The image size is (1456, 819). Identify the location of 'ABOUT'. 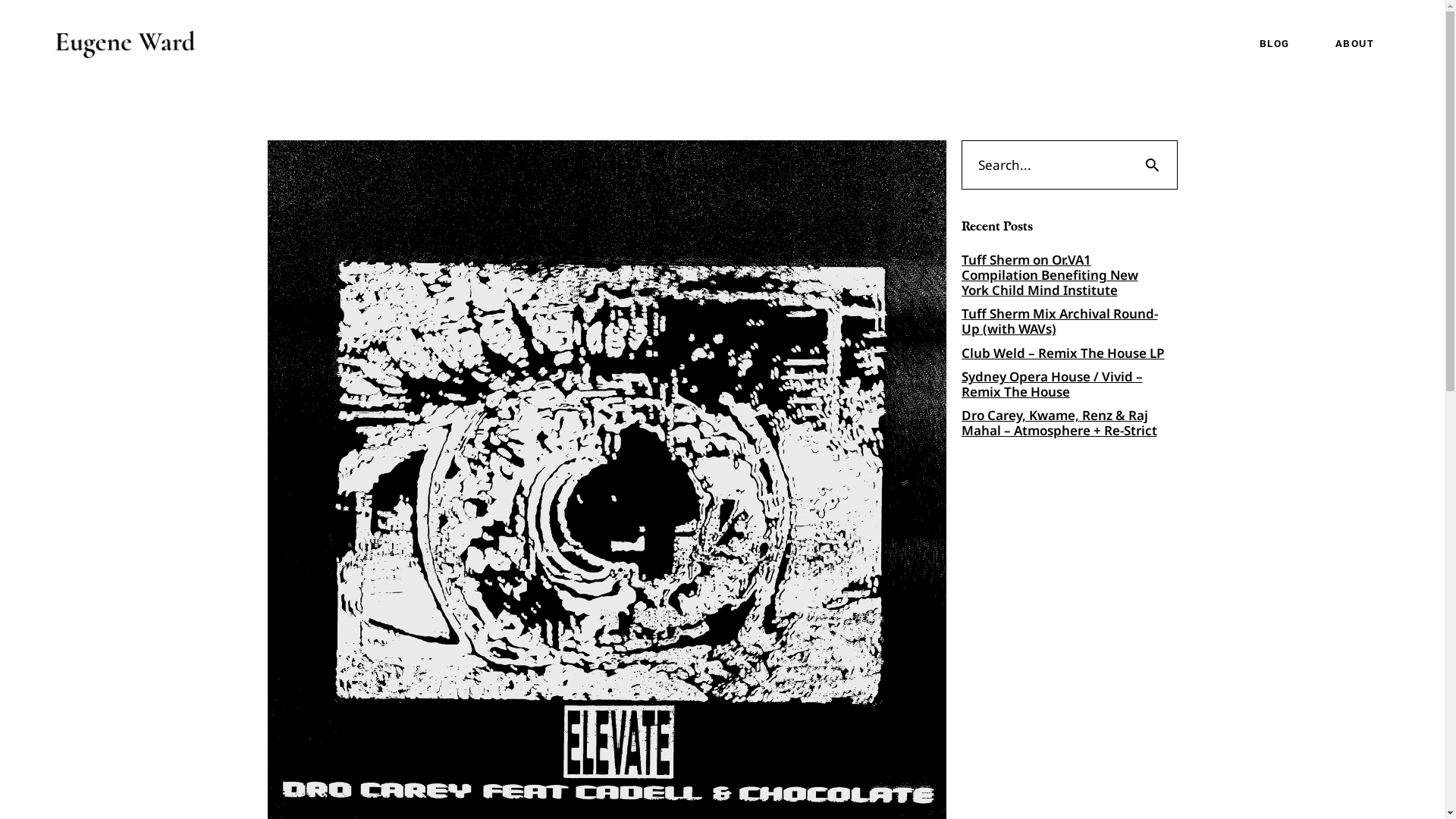
(1310, 42).